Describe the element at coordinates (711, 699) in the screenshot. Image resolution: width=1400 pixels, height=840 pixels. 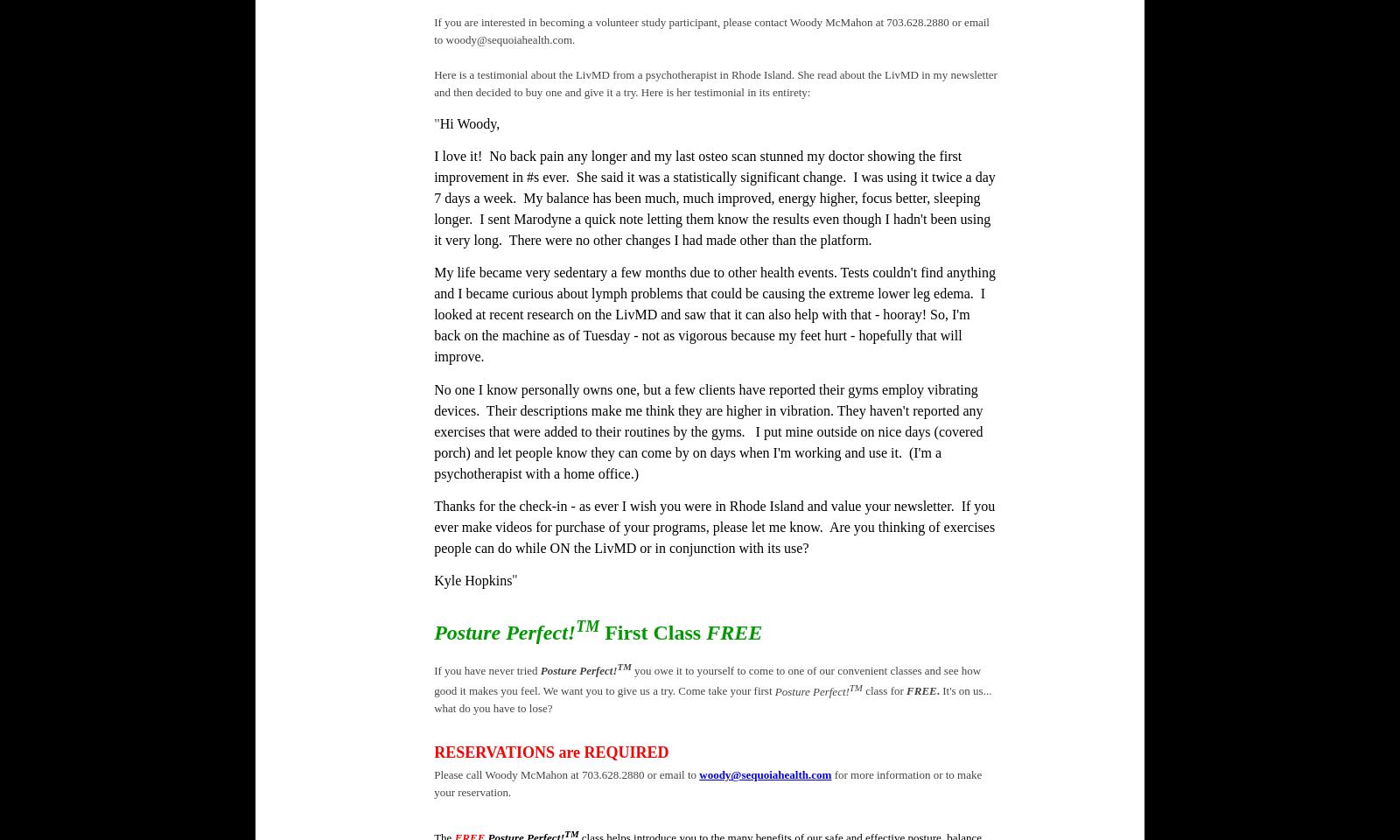
I see `'It's on us... what do you have to lose?'` at that location.